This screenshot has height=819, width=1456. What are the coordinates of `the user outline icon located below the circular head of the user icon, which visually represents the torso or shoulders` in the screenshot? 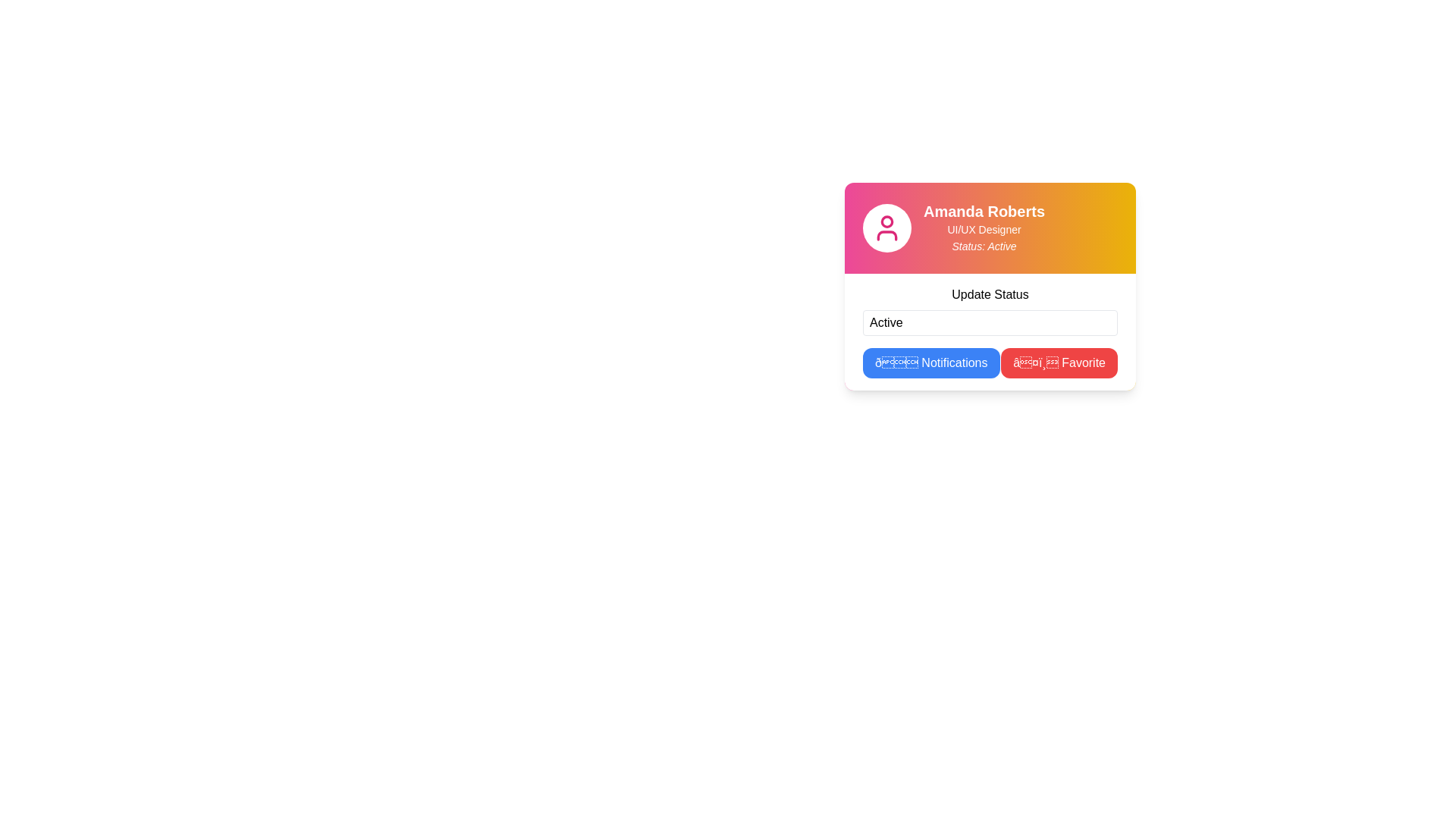 It's located at (887, 236).